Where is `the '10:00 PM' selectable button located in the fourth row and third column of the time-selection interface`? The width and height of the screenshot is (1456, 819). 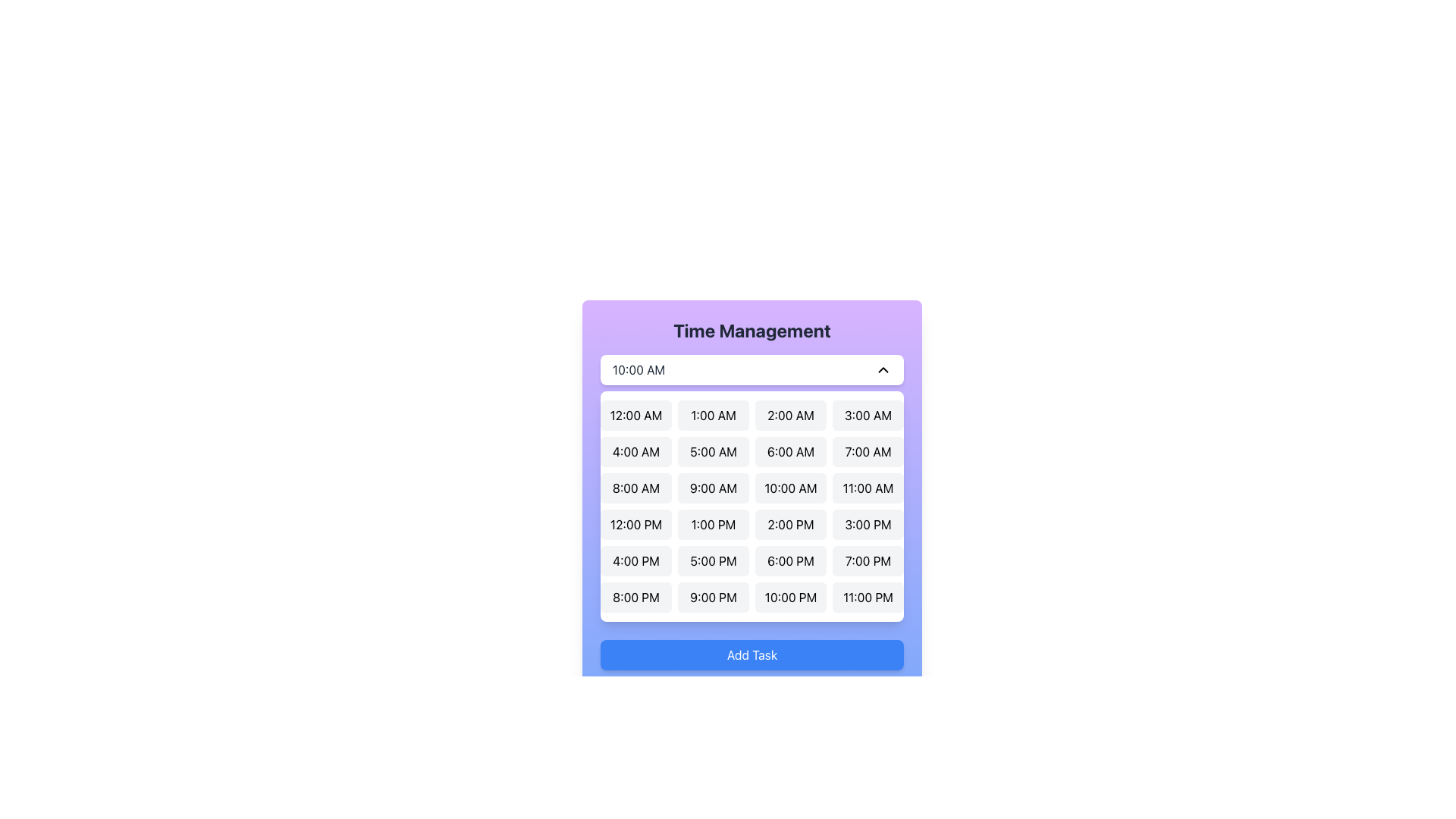 the '10:00 PM' selectable button located in the fourth row and third column of the time-selection interface is located at coordinates (789, 596).